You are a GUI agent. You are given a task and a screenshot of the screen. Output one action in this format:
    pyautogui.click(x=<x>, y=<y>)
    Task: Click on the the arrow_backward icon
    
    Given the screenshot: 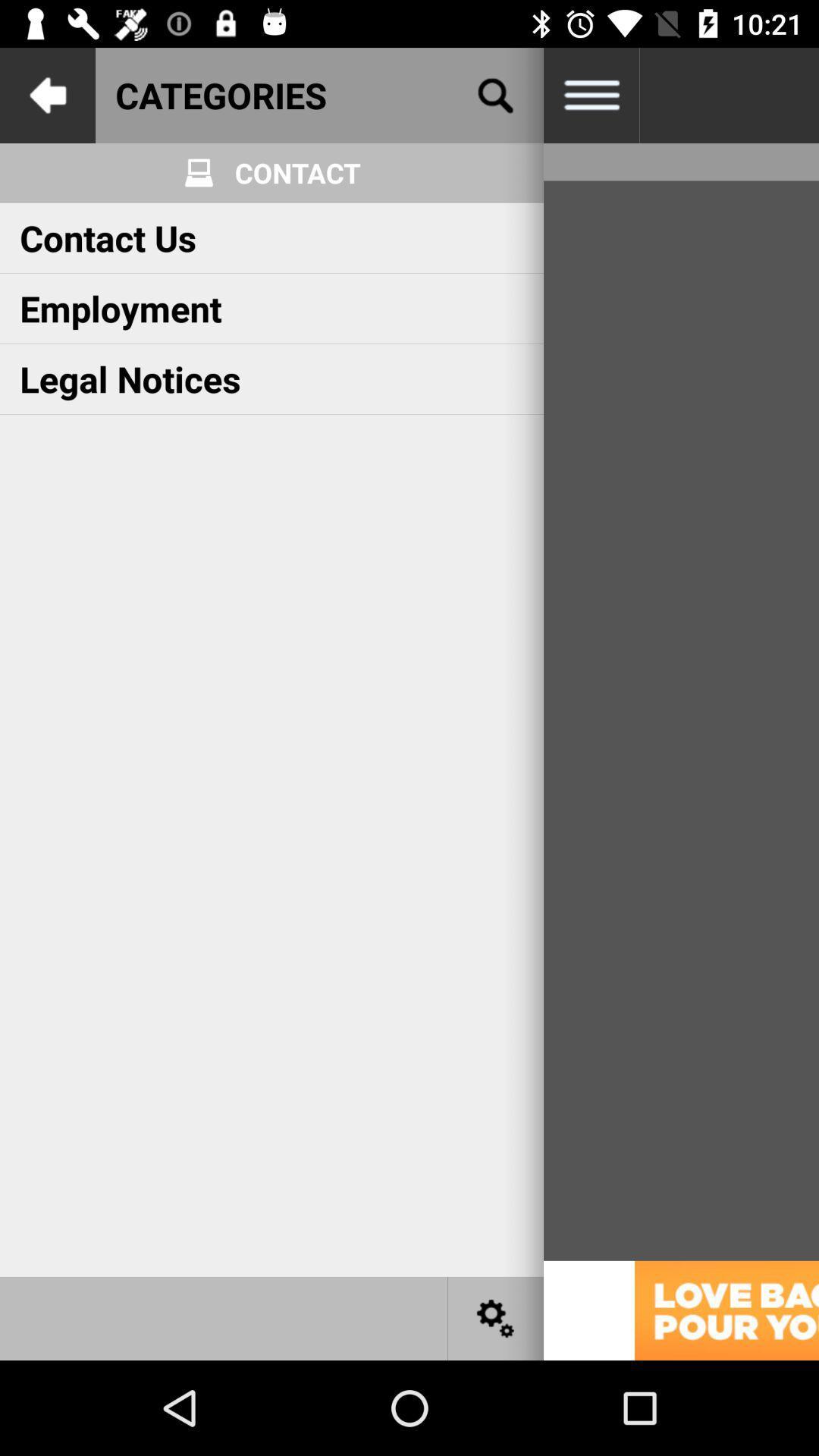 What is the action you would take?
    pyautogui.click(x=46, y=94)
    